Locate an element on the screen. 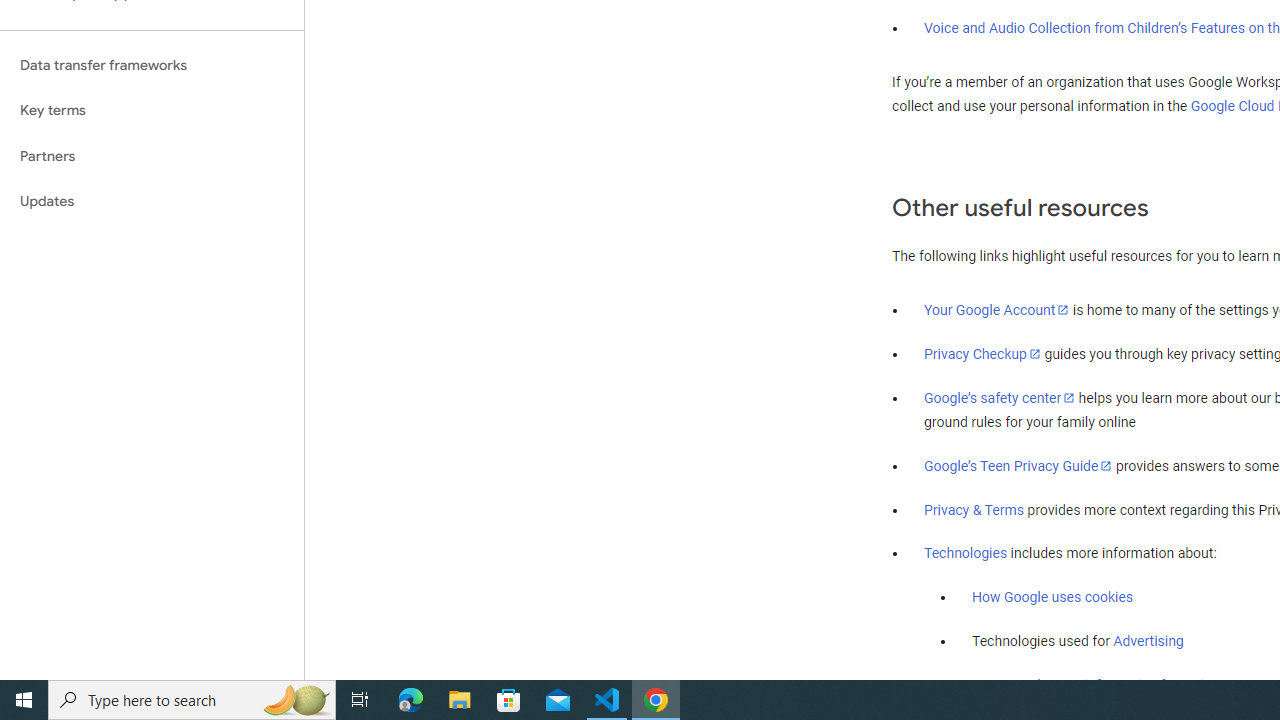 Image resolution: width=1280 pixels, height=720 pixels. 'Advertising' is located at coordinates (1148, 641).